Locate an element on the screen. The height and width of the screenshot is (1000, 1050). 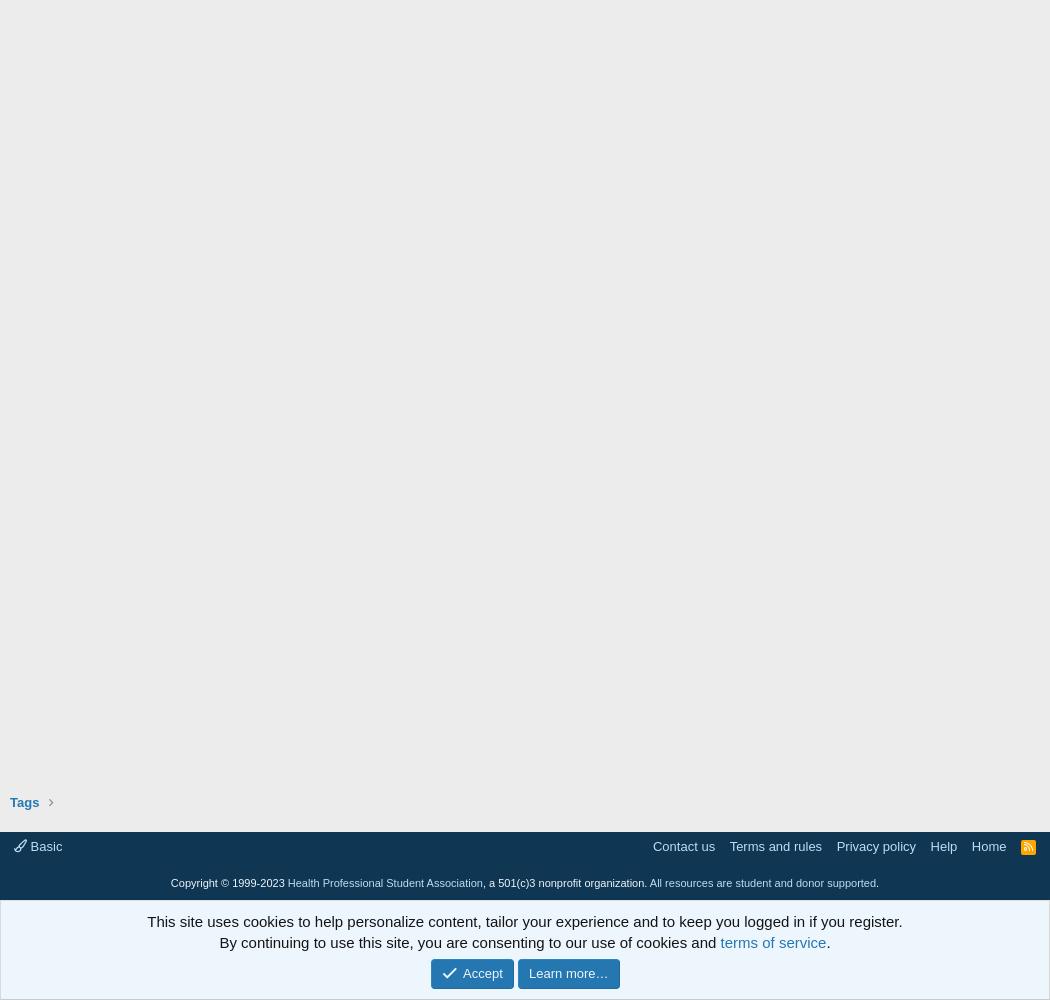
'This site uses cookies to help personalize content, tailor your experience and to keep you logged in if you register.' is located at coordinates (523, 920).